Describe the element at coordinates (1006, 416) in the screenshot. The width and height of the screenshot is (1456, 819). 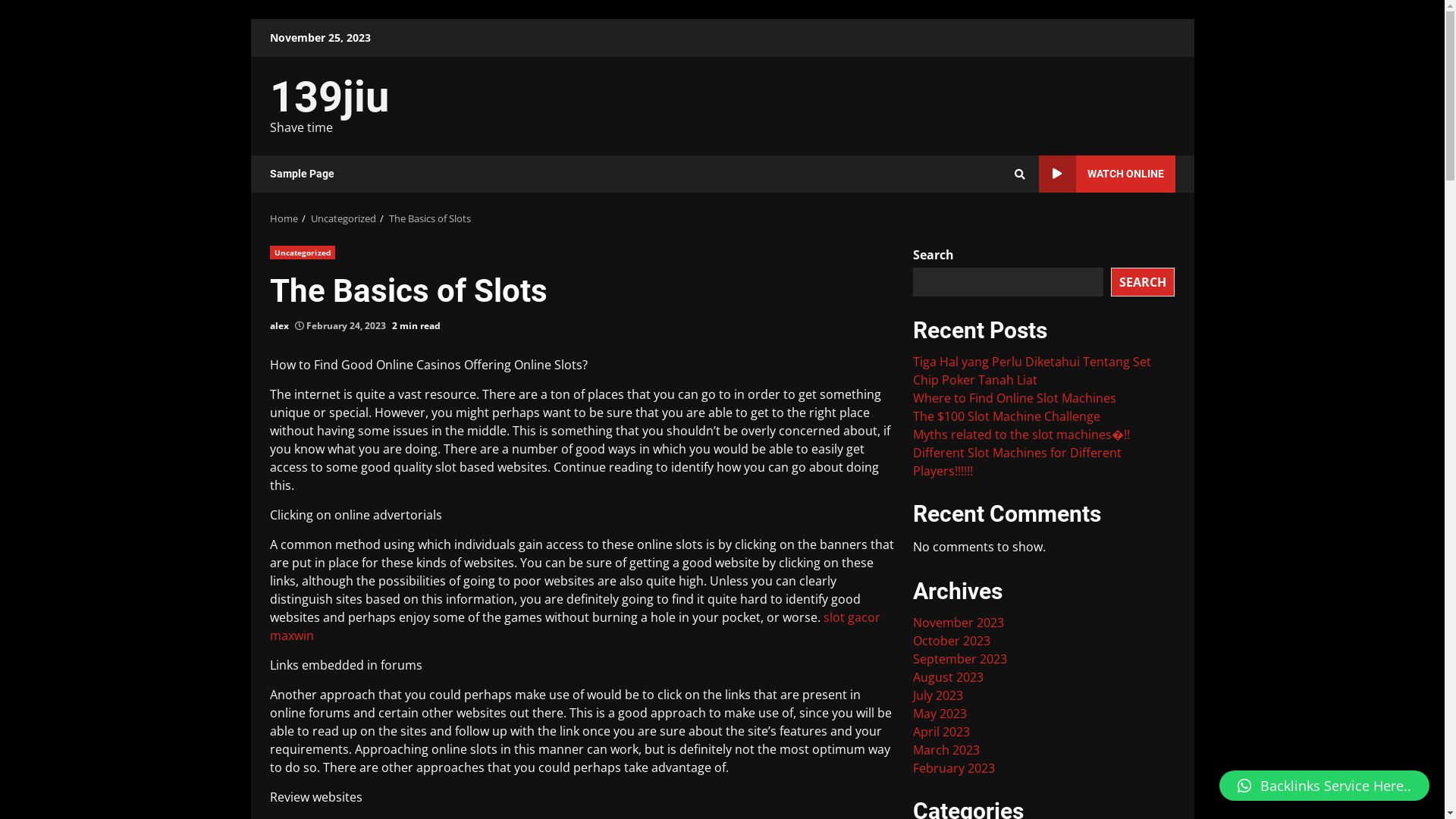
I see `'The $100 Slot Machine Challenge'` at that location.